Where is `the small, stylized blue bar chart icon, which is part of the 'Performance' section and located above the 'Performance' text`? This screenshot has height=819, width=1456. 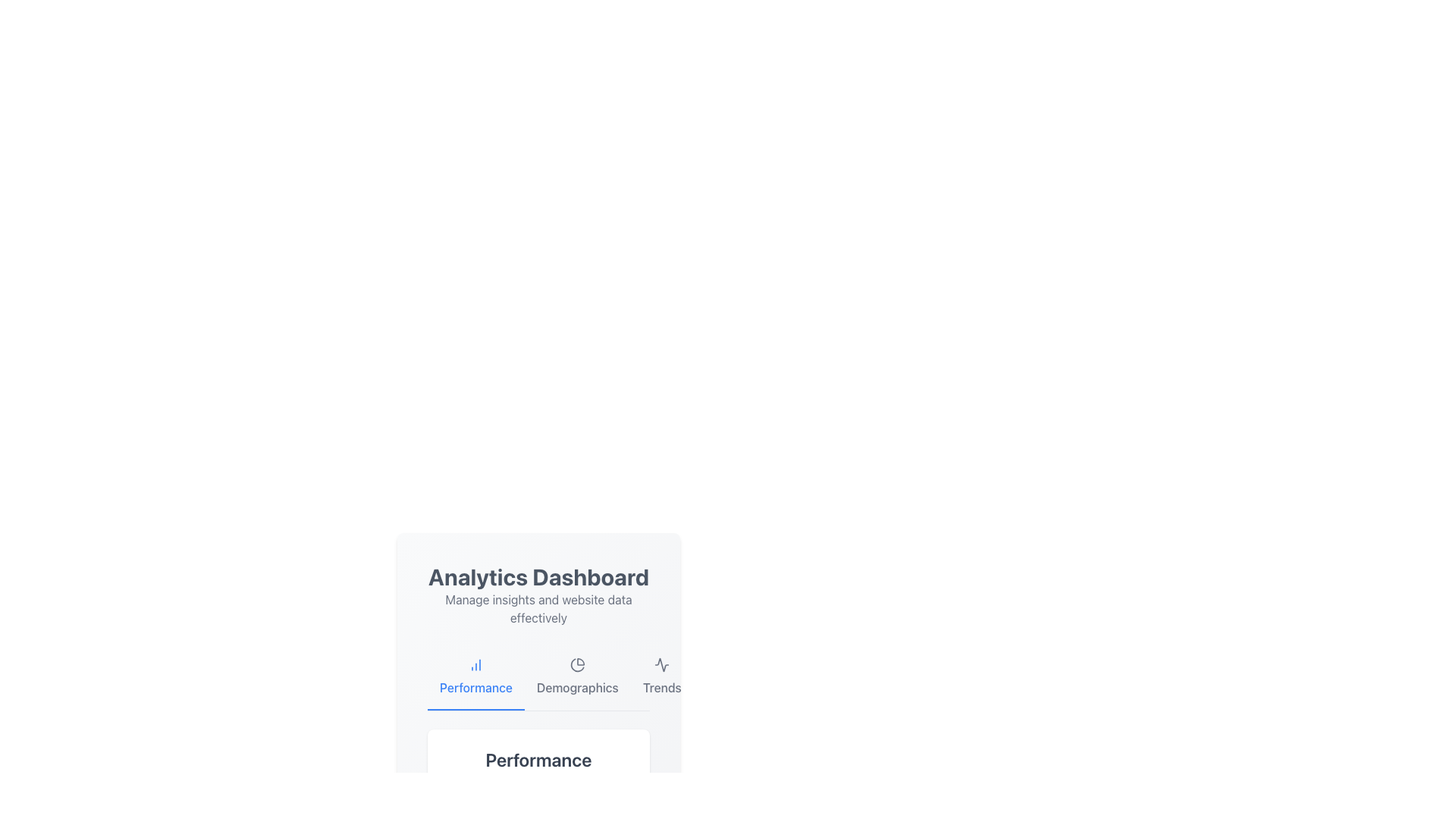 the small, stylized blue bar chart icon, which is part of the 'Performance' section and located above the 'Performance' text is located at coordinates (475, 664).